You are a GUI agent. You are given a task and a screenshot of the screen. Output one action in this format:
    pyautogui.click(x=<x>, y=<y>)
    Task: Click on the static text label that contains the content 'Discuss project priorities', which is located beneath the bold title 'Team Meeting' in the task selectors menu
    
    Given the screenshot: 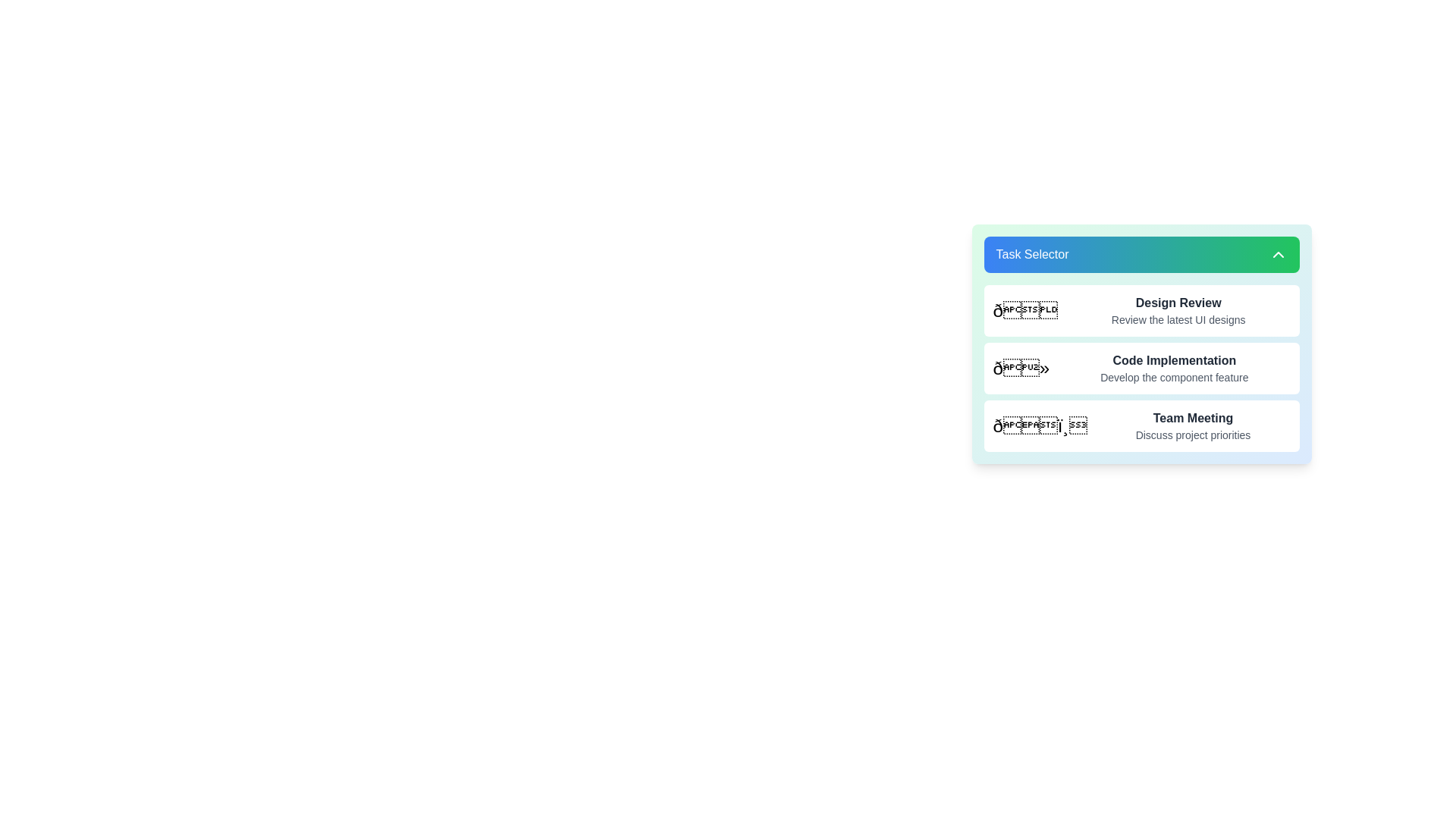 What is the action you would take?
    pyautogui.click(x=1192, y=435)
    